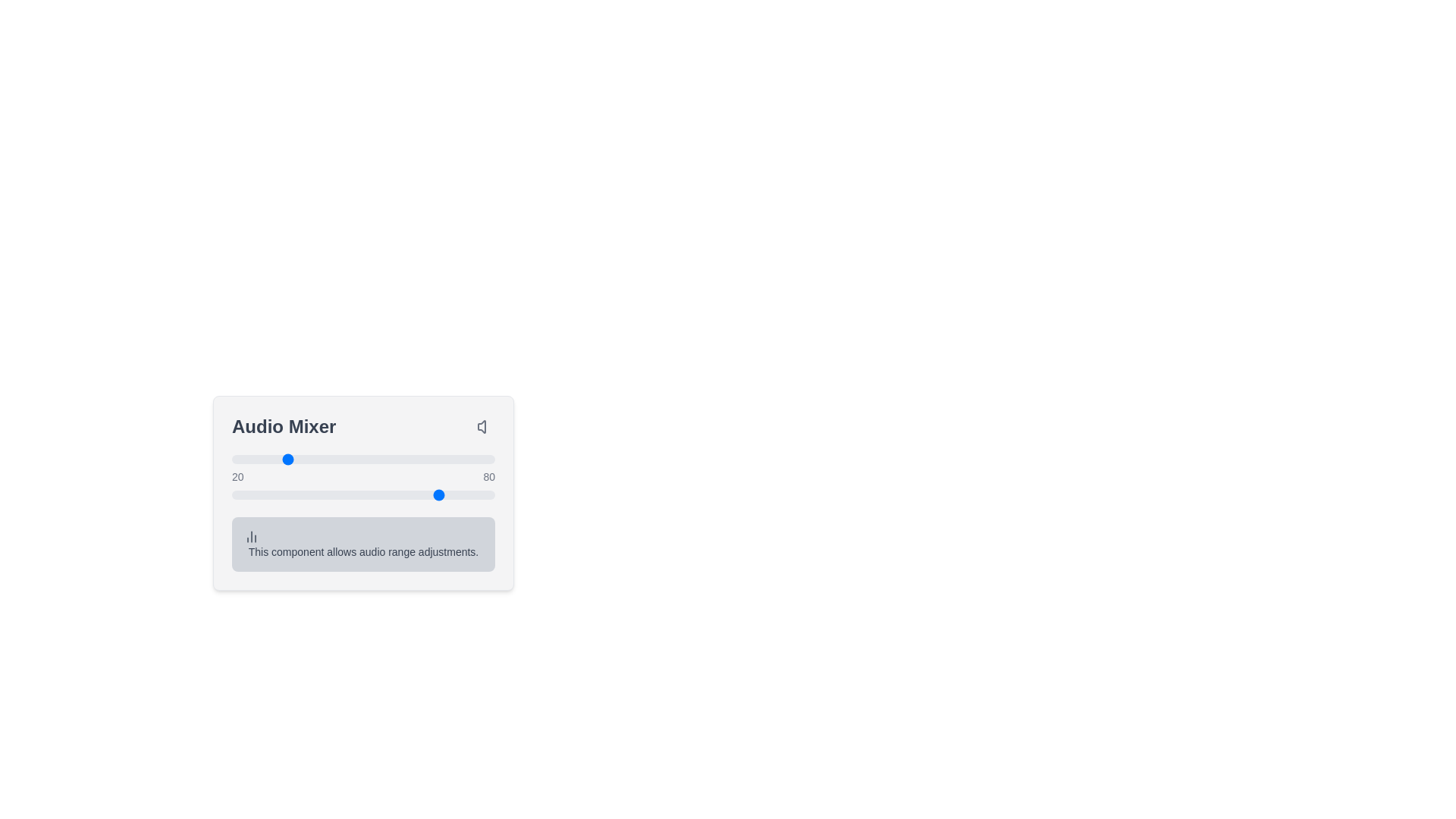 The width and height of the screenshot is (1456, 819). I want to click on the static text label that indicates numeric values for the first slider in the 'Audio Mixer' section, positioned between the numbers '20' and '80', so click(362, 478).